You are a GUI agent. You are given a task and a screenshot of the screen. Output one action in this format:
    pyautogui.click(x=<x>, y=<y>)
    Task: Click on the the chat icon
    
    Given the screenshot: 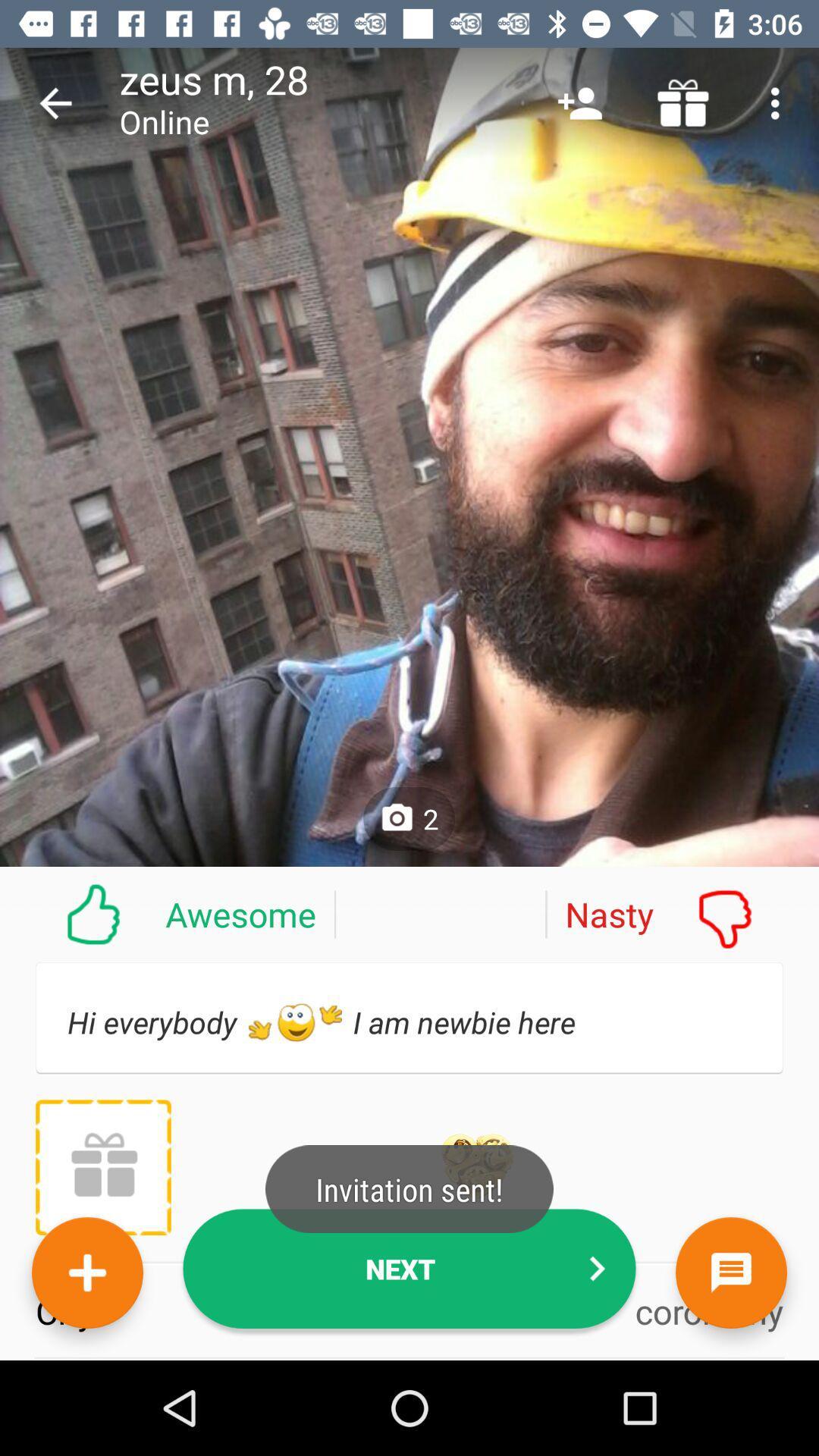 What is the action you would take?
    pyautogui.click(x=730, y=1272)
    